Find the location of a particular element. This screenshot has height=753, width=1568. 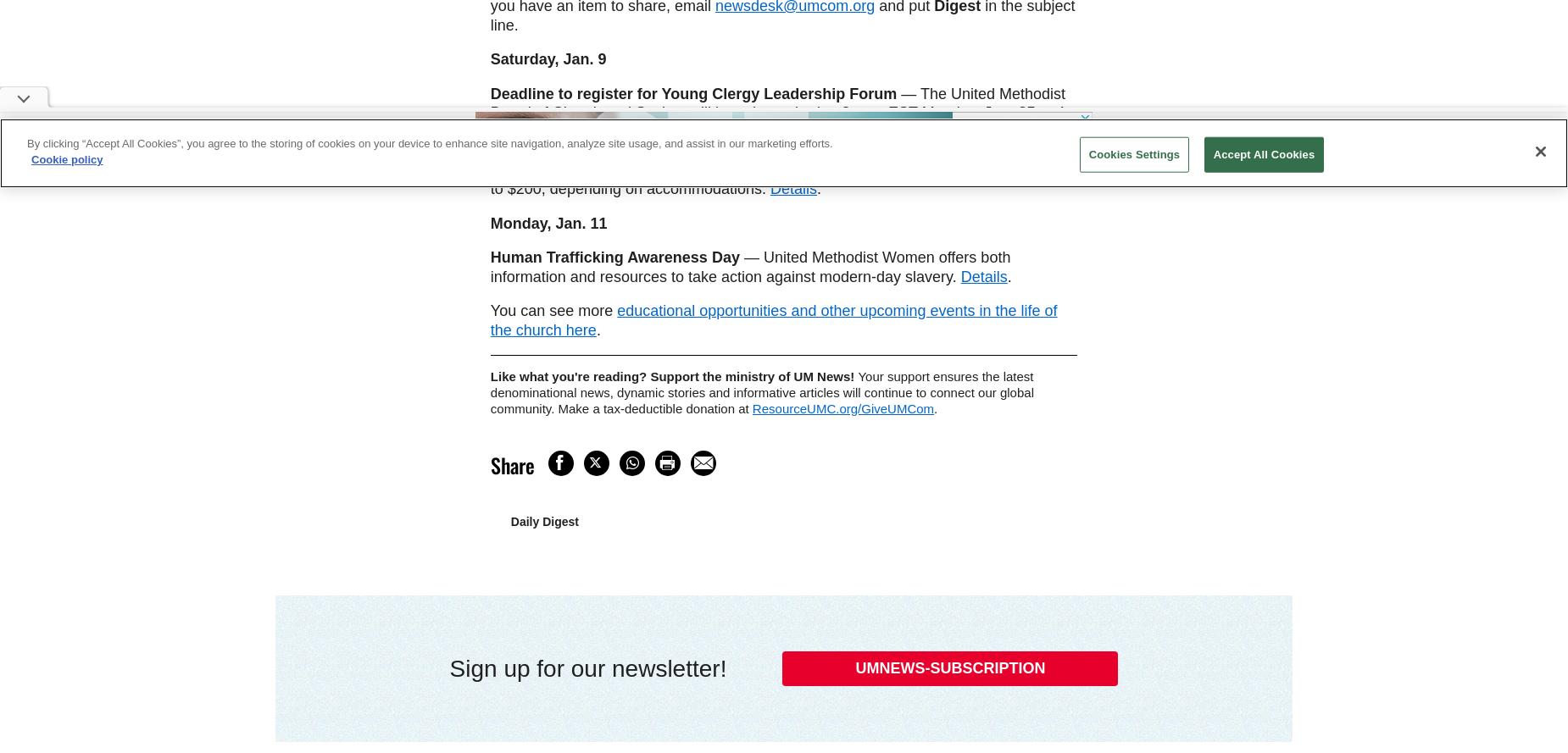

'in Washington. New Monasticism pioneer Shane Claiborne will be among the speakers. Space is limited to 70 ordained elders or deacons age 35 and younger who have not previously attended. Costs range from $80 to $200, depending on accommodations.' is located at coordinates (781, 160).